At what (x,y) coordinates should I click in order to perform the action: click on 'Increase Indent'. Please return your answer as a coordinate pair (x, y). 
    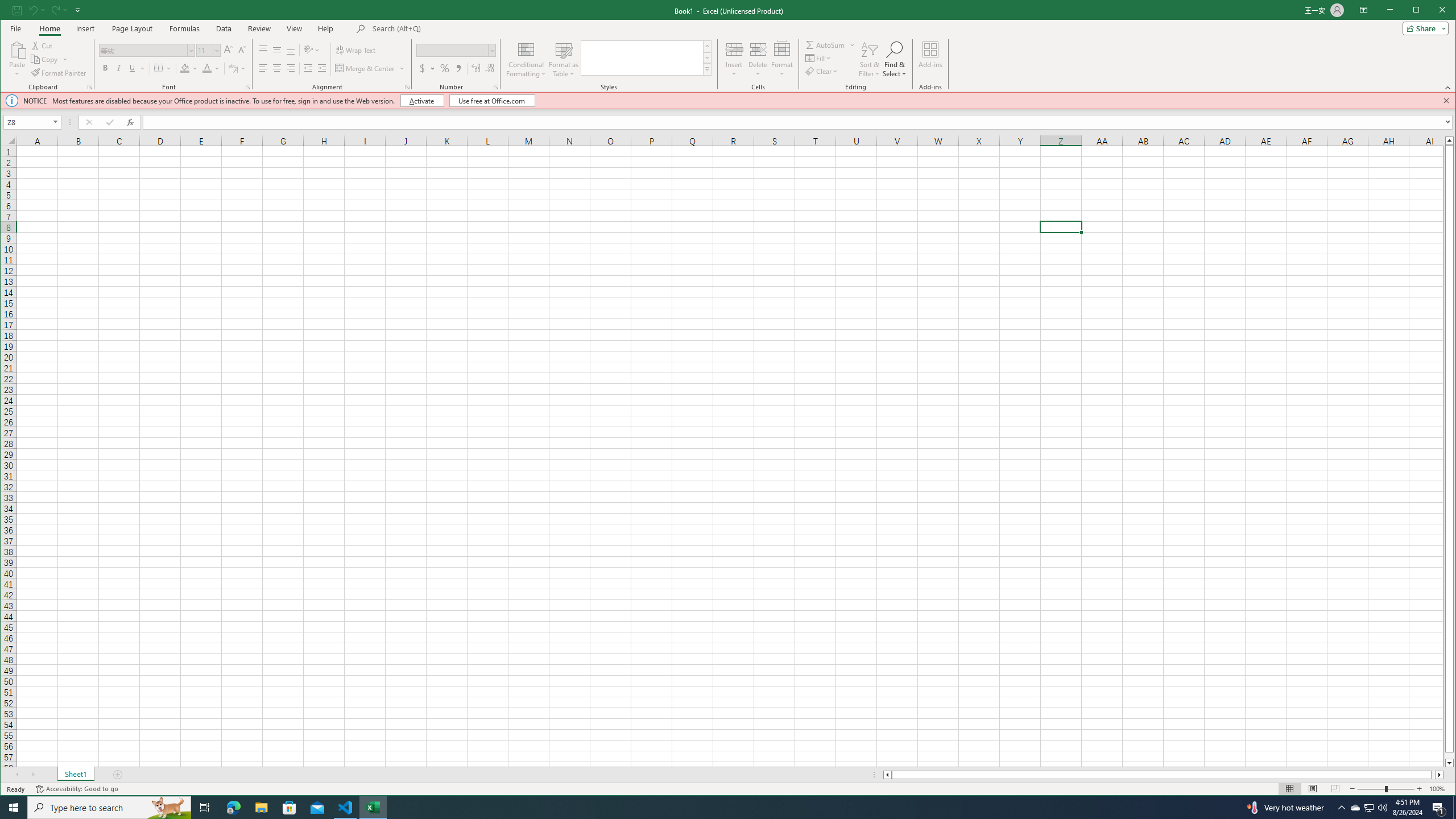
    Looking at the image, I should click on (321, 68).